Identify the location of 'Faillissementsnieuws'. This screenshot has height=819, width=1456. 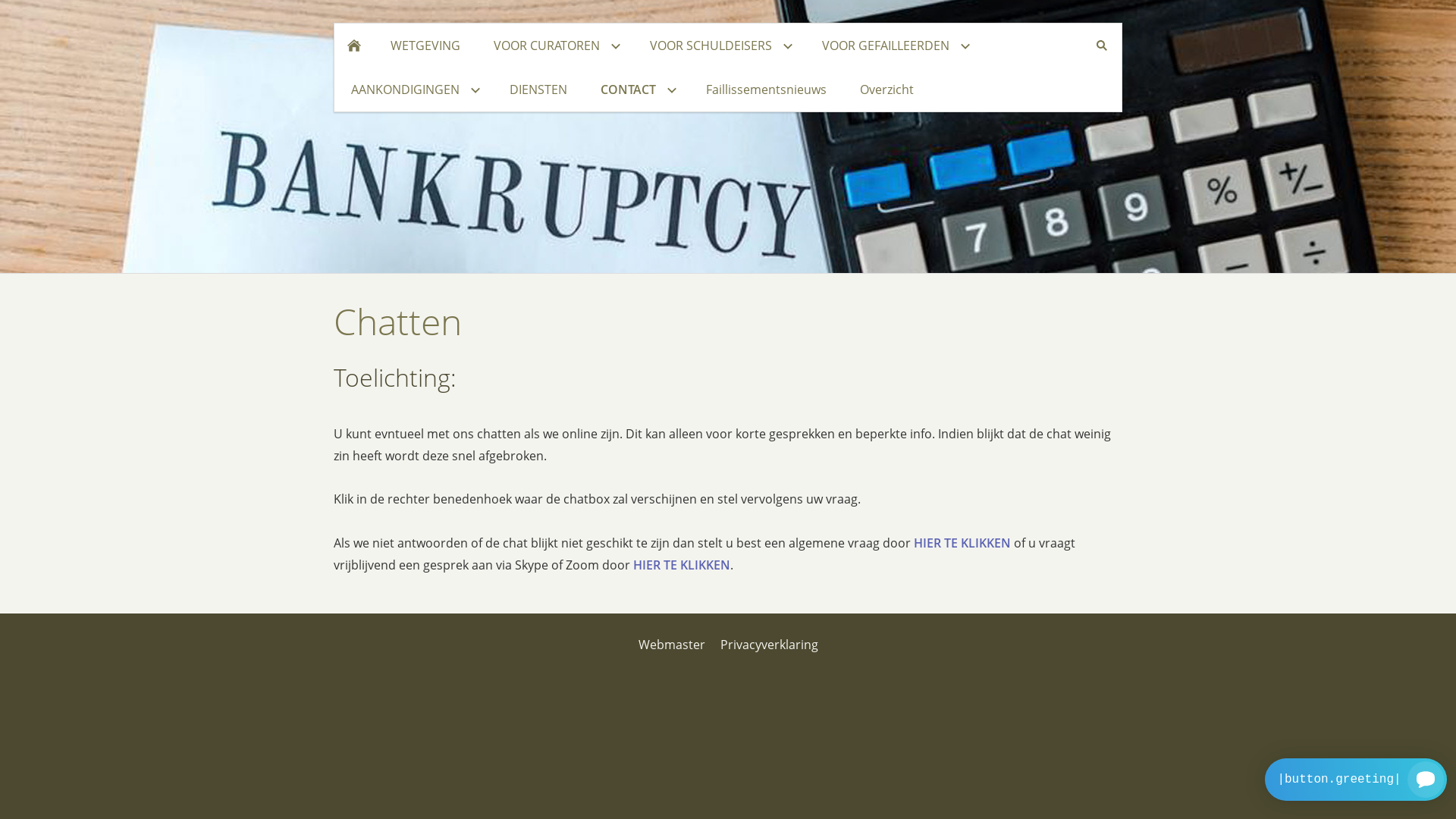
(766, 89).